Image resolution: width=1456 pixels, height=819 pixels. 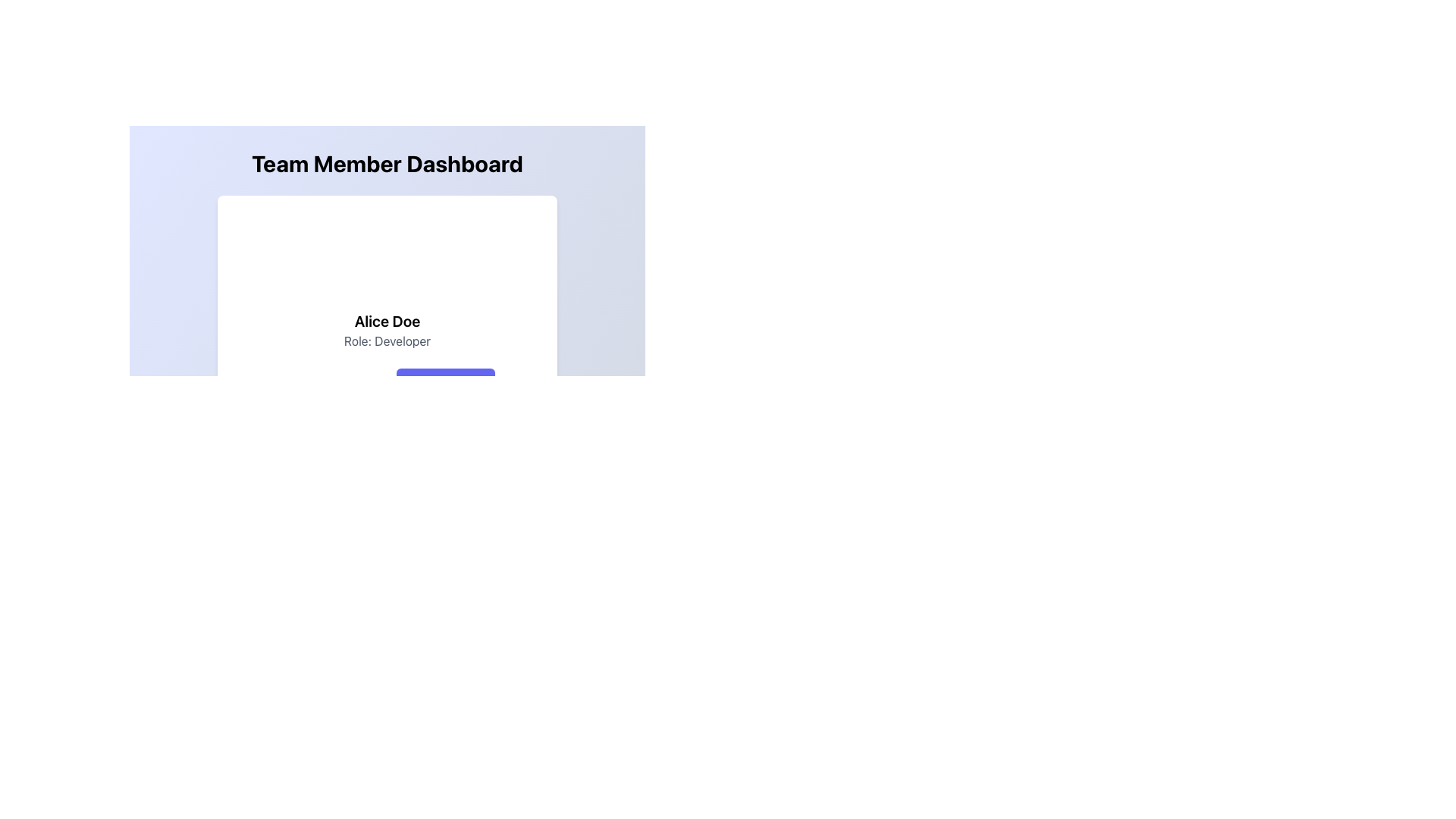 What do you see at coordinates (444, 382) in the screenshot?
I see `the 'Next Member' button, which is a rectangular button with a blue background and white text, located centrally under the text 'Alice Doe, Role: Developer' in the Team Member Dashboard` at bounding box center [444, 382].